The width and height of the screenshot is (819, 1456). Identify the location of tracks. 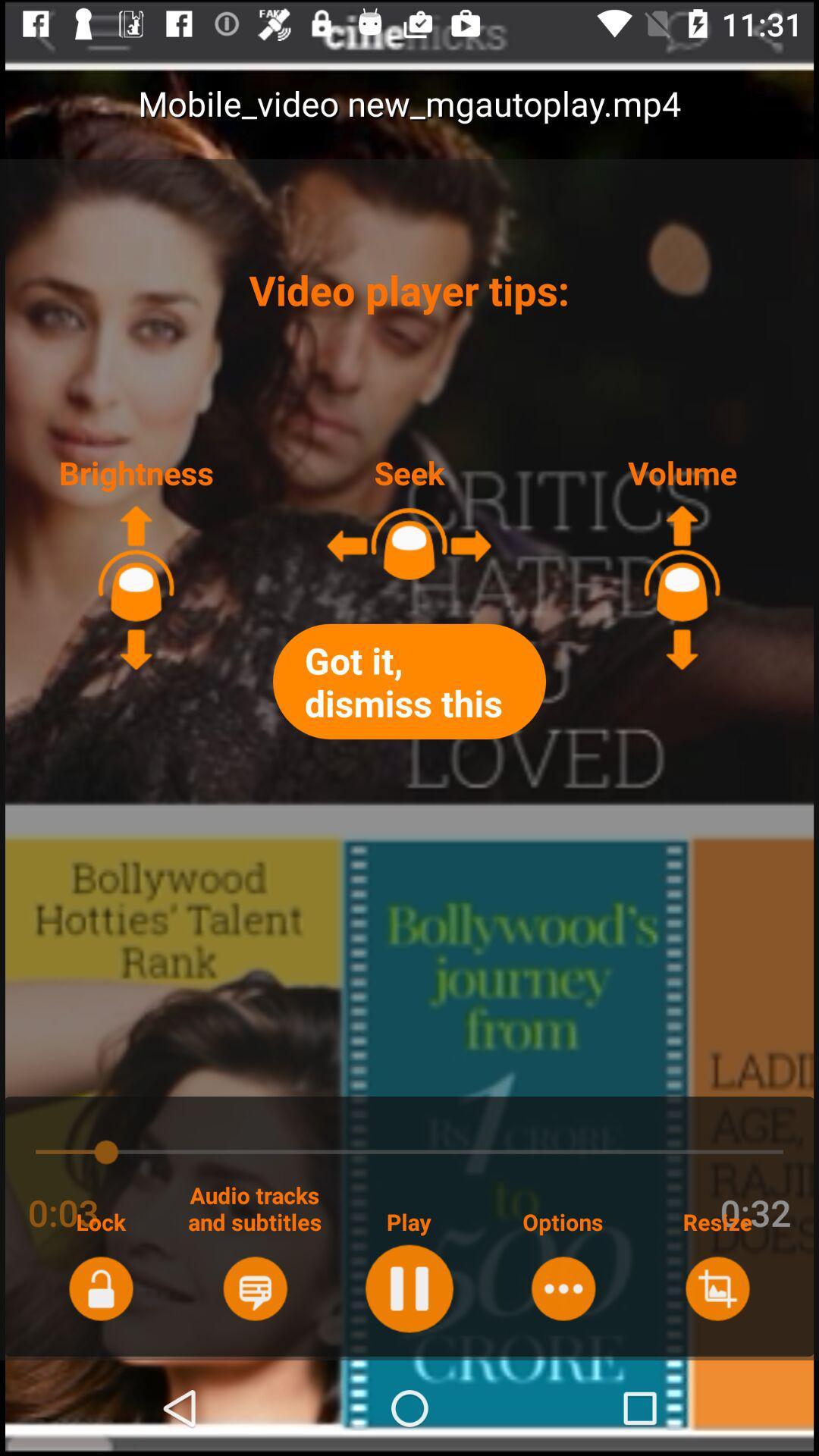
(254, 1288).